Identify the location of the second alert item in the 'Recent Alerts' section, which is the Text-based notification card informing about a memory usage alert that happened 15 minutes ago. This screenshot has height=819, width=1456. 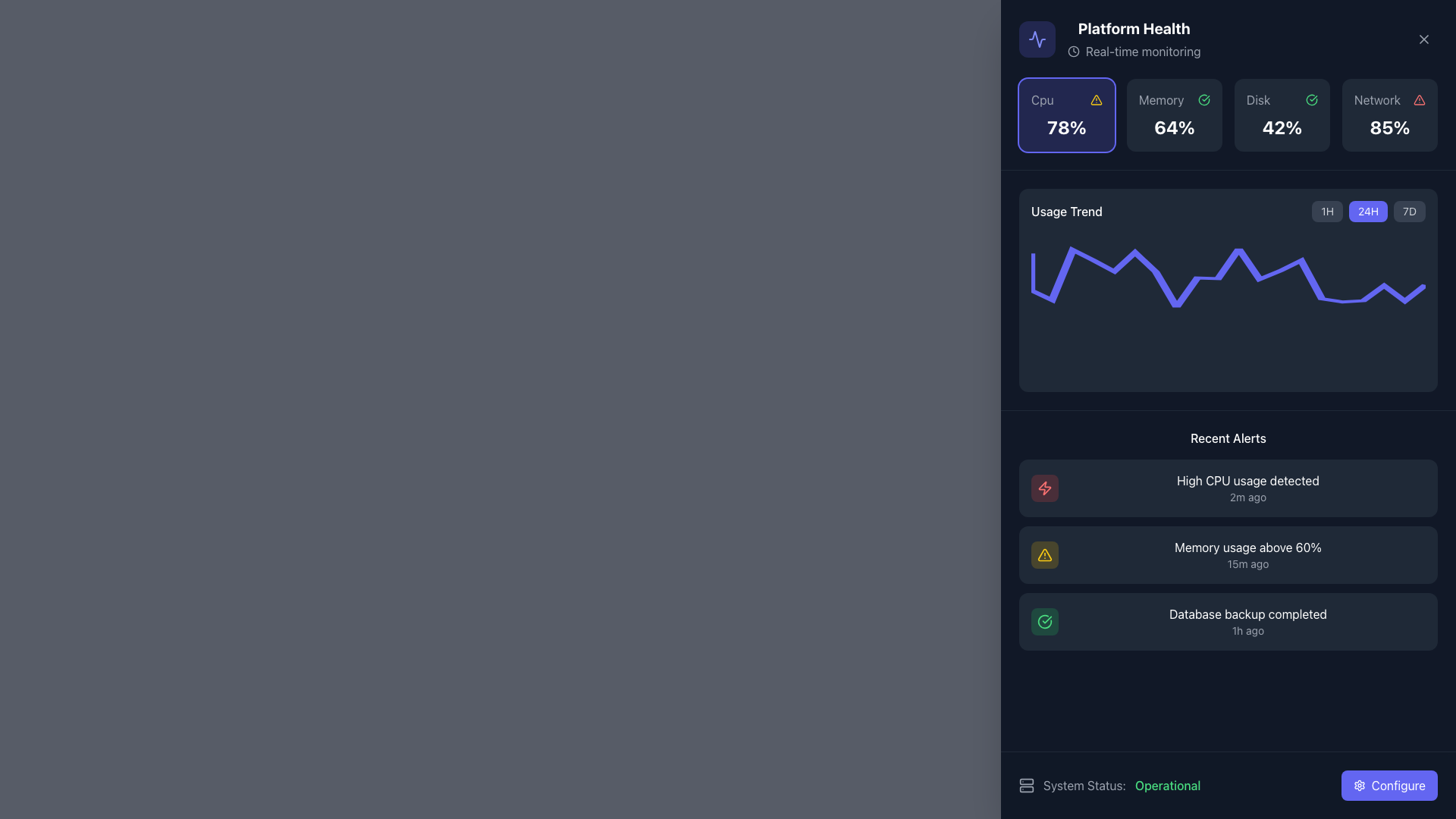
(1248, 555).